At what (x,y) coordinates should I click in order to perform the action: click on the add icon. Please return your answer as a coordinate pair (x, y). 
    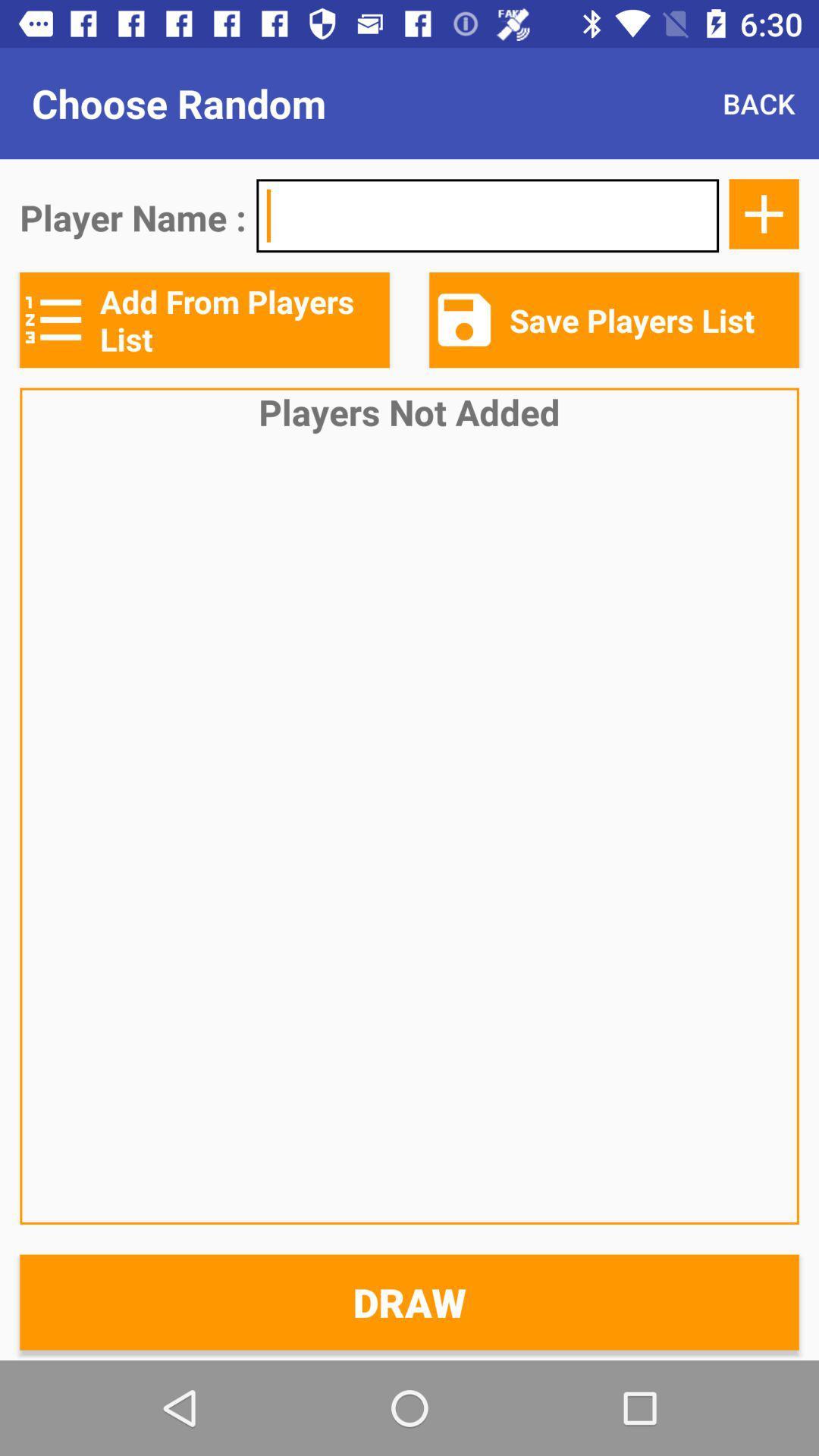
    Looking at the image, I should click on (764, 213).